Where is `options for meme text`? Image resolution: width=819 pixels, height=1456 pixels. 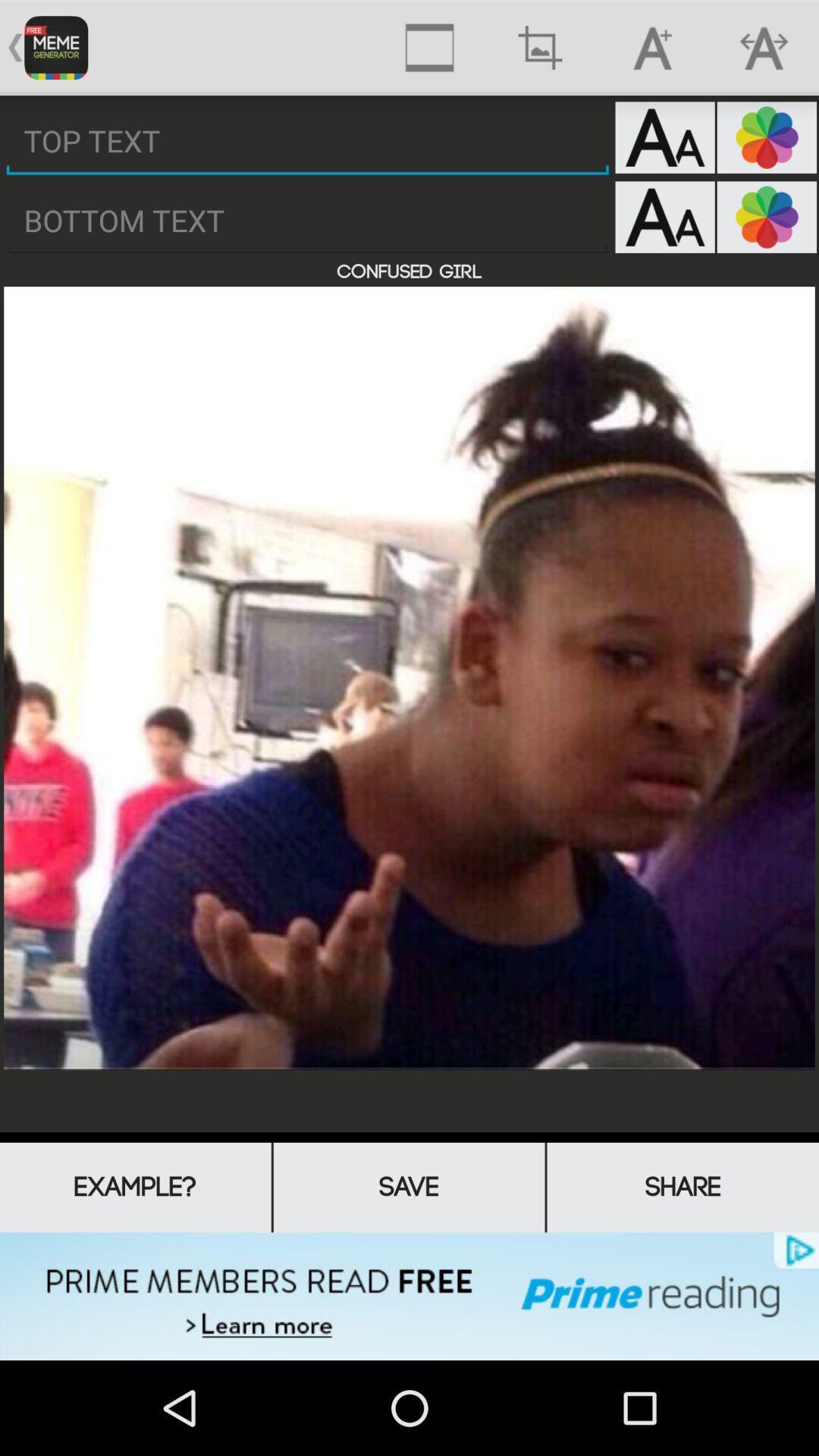 options for meme text is located at coordinates (664, 137).